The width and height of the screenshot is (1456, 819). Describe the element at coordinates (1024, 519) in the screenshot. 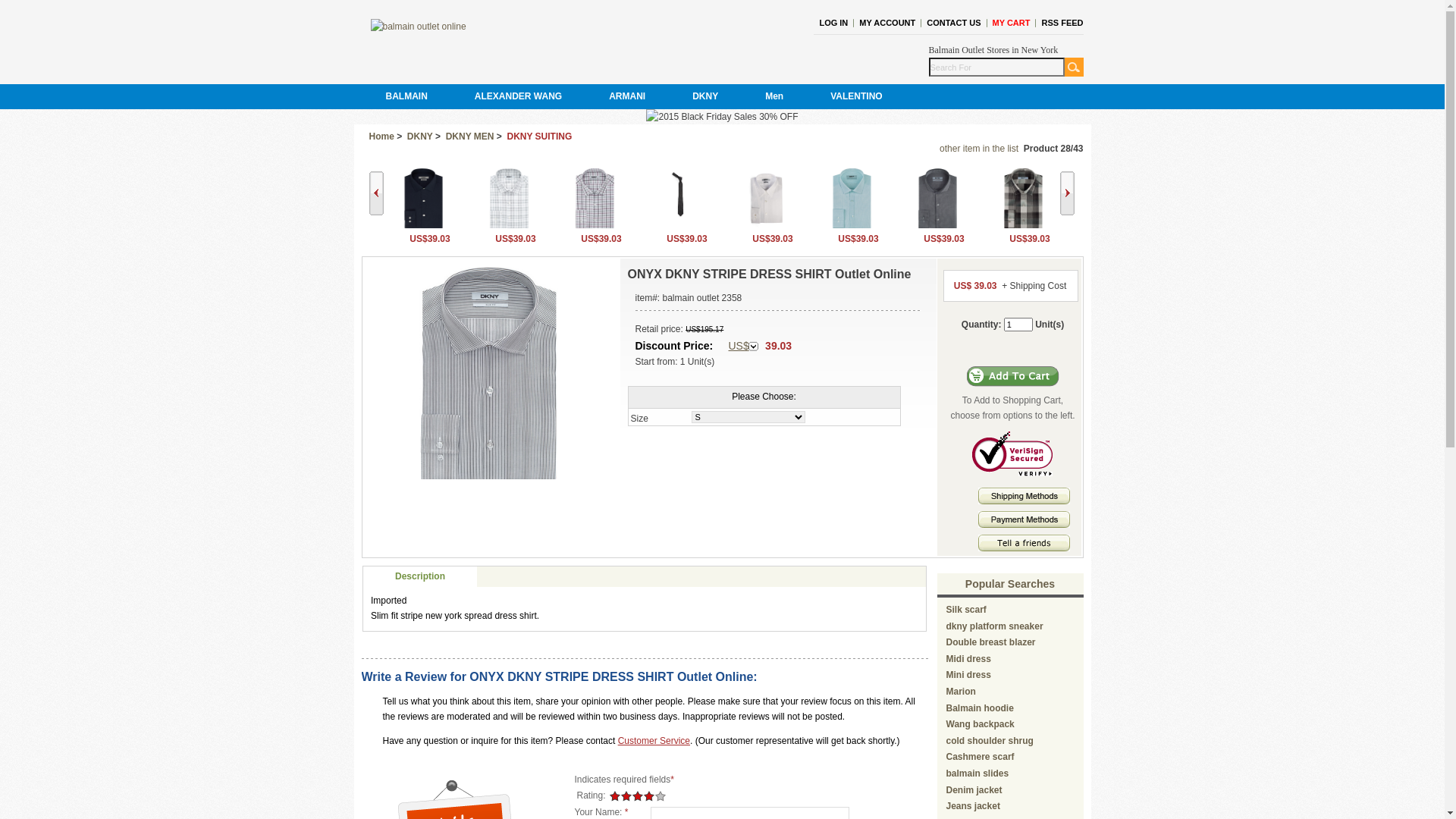

I see `' Payment Methods '` at that location.